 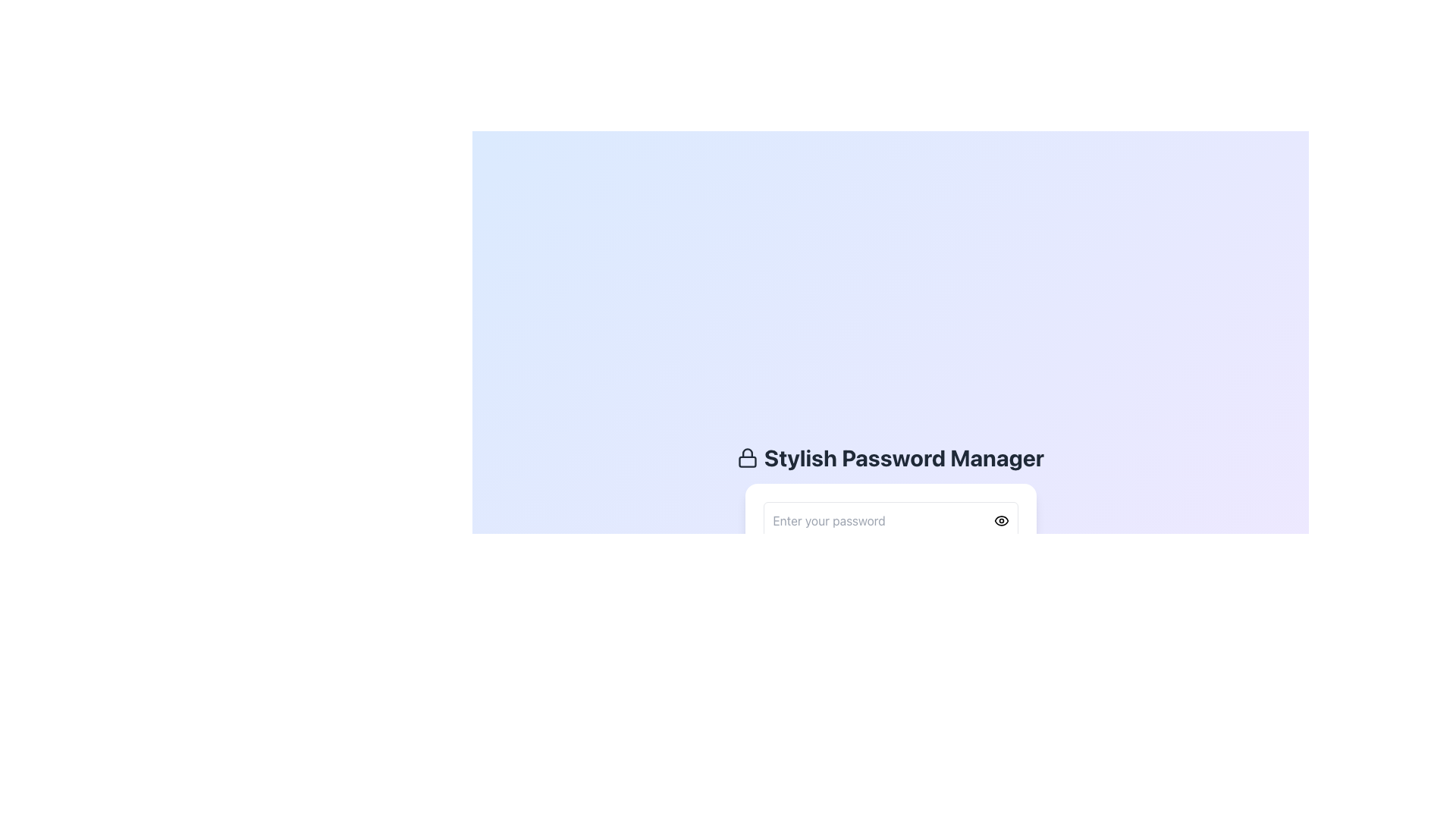 I want to click on the body of the lock icon, which is a rectangle with rounded corners, located to the left of the 'Stylish Password Manager' text, so click(x=747, y=461).